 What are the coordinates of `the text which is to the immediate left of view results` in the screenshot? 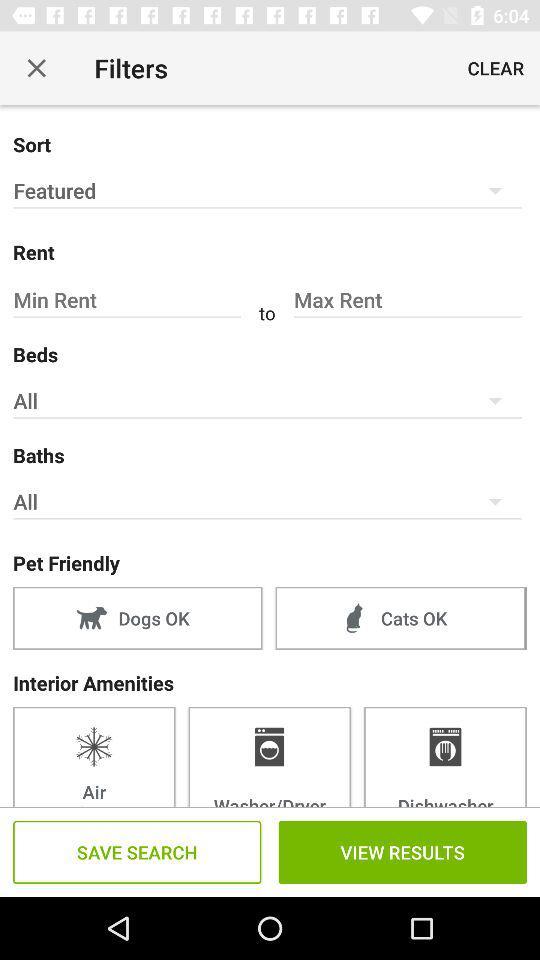 It's located at (135, 851).